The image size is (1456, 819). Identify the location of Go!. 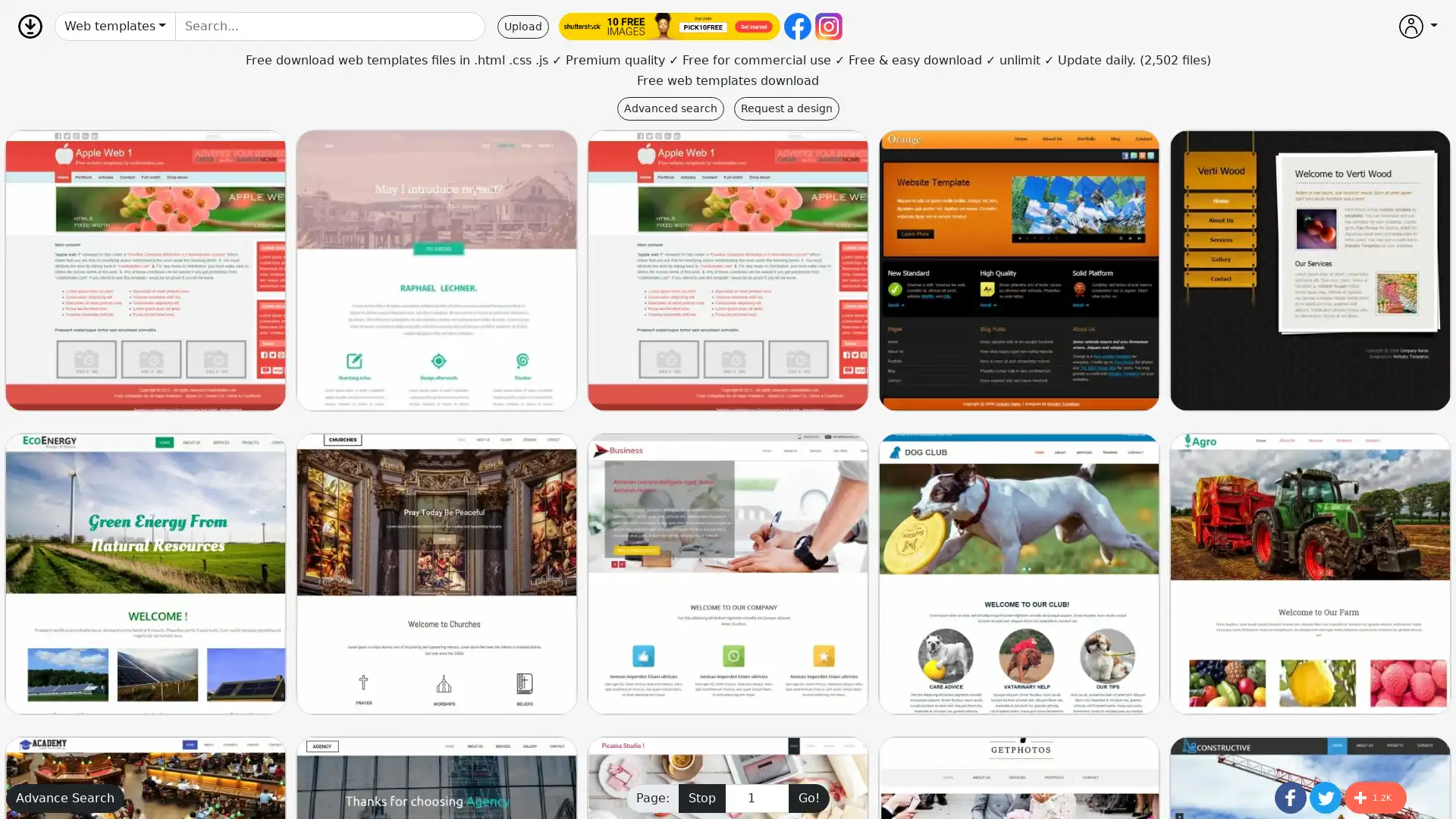
(808, 798).